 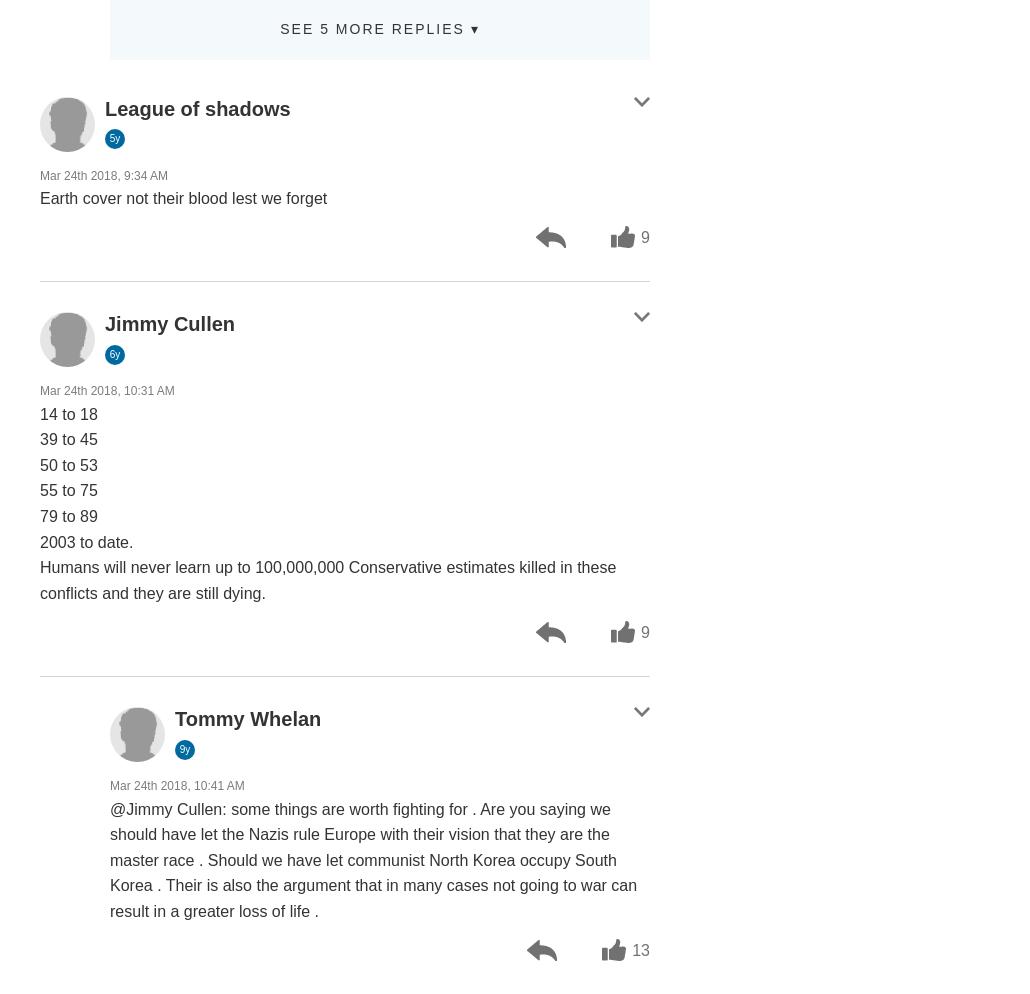 I want to click on 'Tommy Whelan', so click(x=248, y=718).